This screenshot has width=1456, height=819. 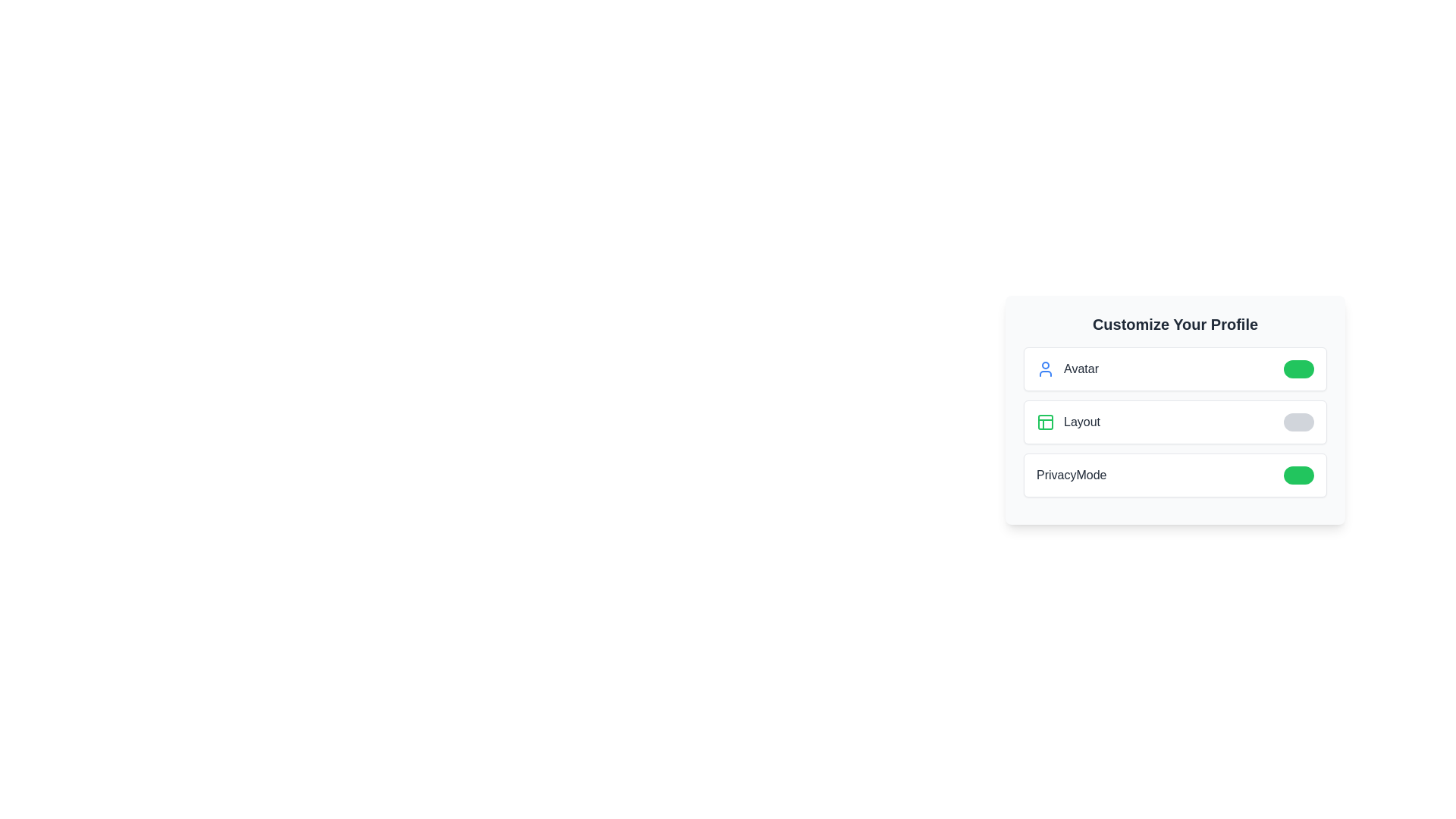 I want to click on the icon representing the feature Avatar, so click(x=1044, y=369).